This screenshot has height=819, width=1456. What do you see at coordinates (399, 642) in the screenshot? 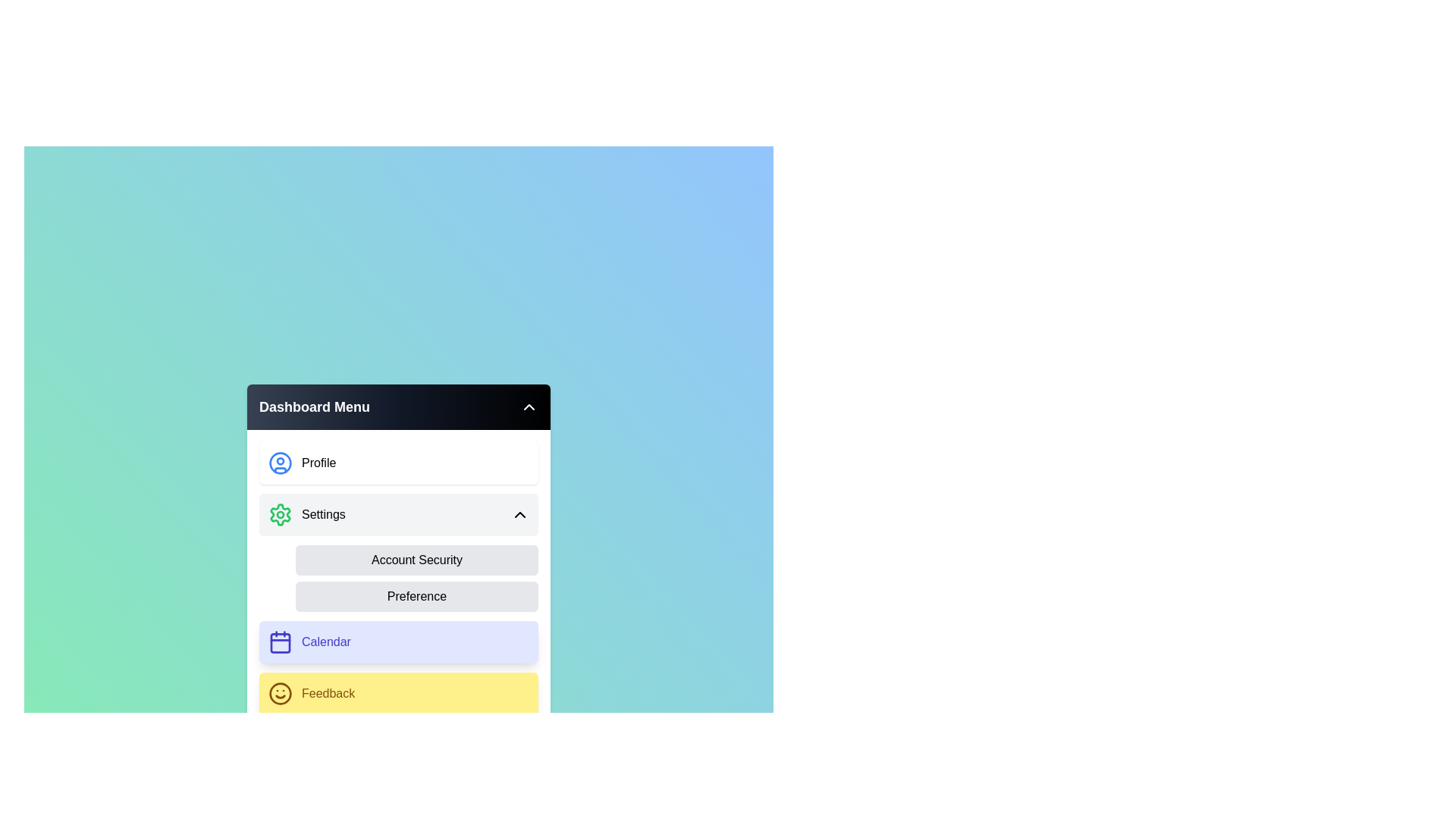
I see `the fourth button in the 'Dashboard Menu' located between 'Preference' and 'Feedback'` at bounding box center [399, 642].